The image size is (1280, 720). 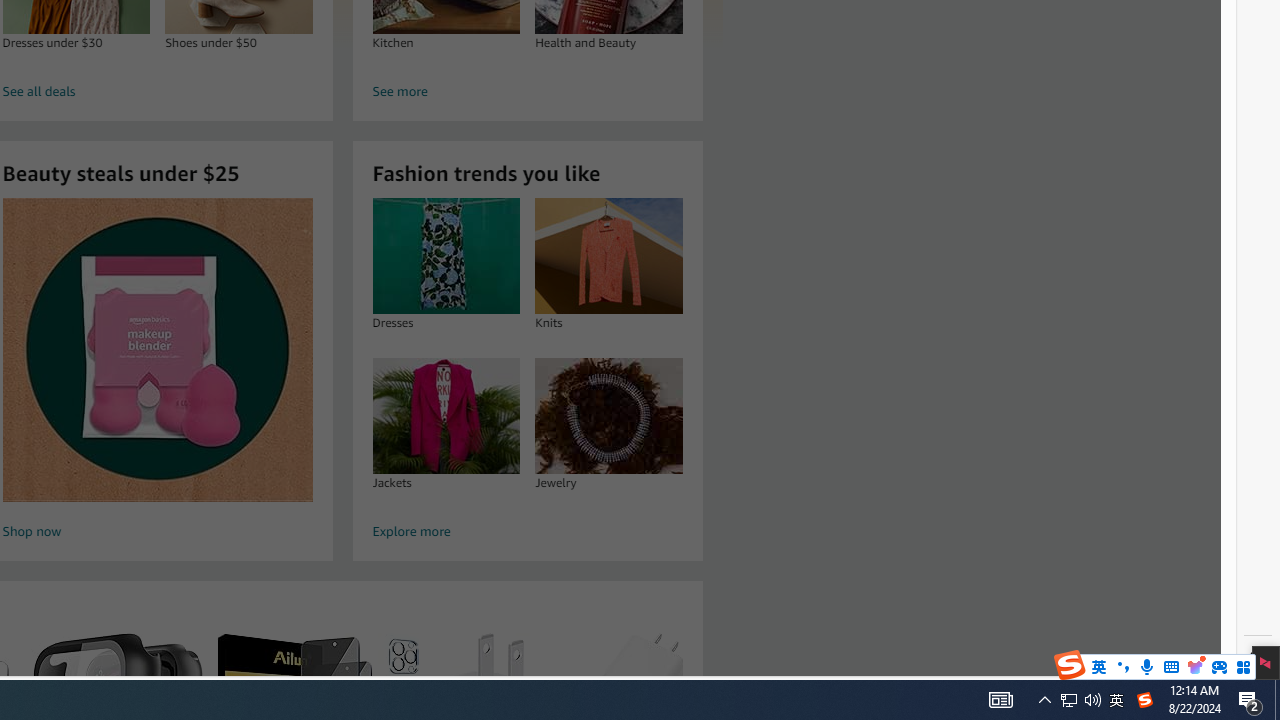 What do you see at coordinates (445, 255) in the screenshot?
I see `'Dresses'` at bounding box center [445, 255].